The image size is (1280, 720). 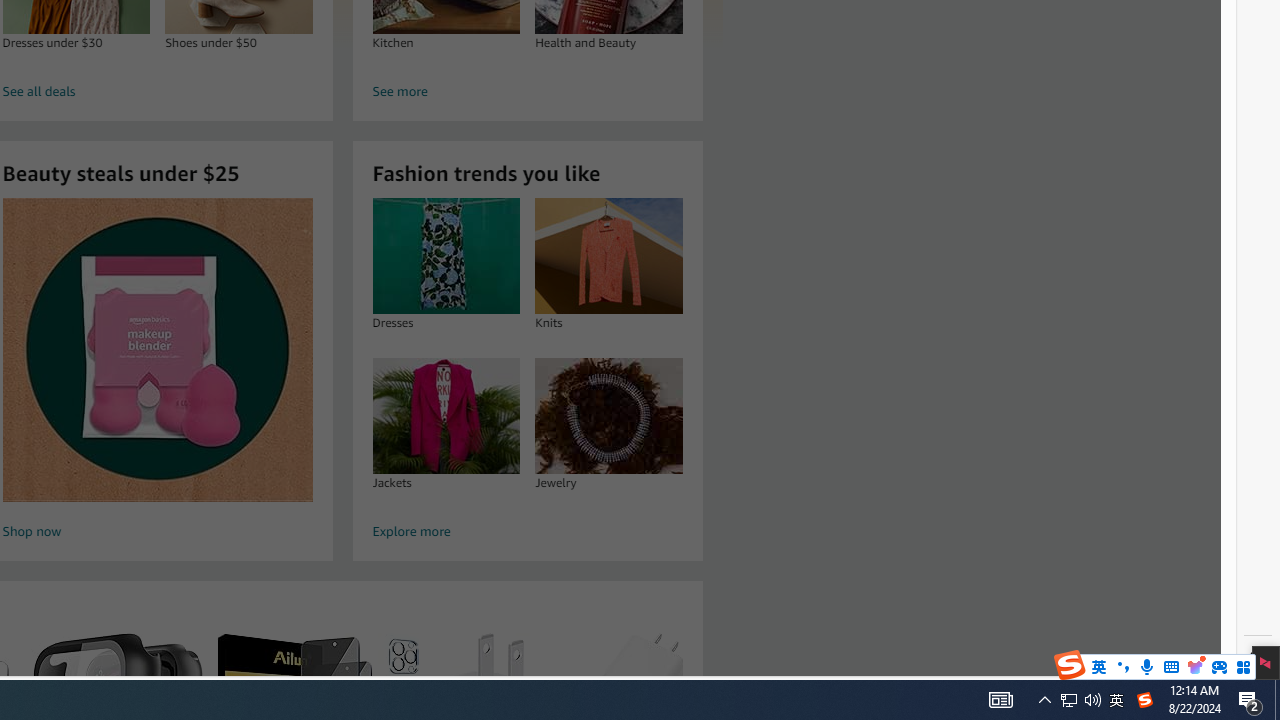 What do you see at coordinates (445, 255) in the screenshot?
I see `'Dresses'` at bounding box center [445, 255].